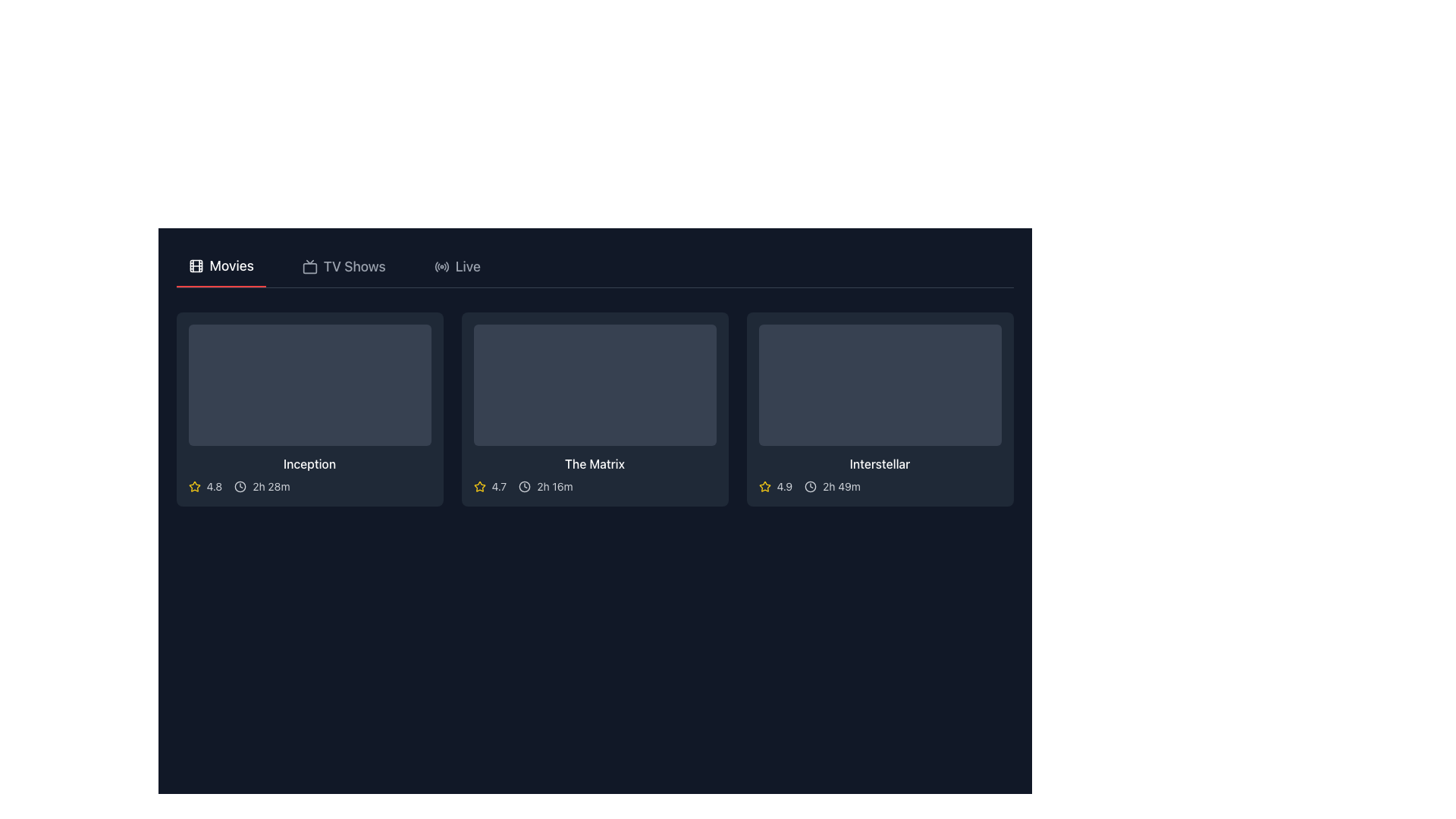 The width and height of the screenshot is (1456, 819). What do you see at coordinates (213, 486) in the screenshot?
I see `text content of the label displaying '4.8', which is located to the right of a yellow star icon in the movie 'Inception' section` at bounding box center [213, 486].